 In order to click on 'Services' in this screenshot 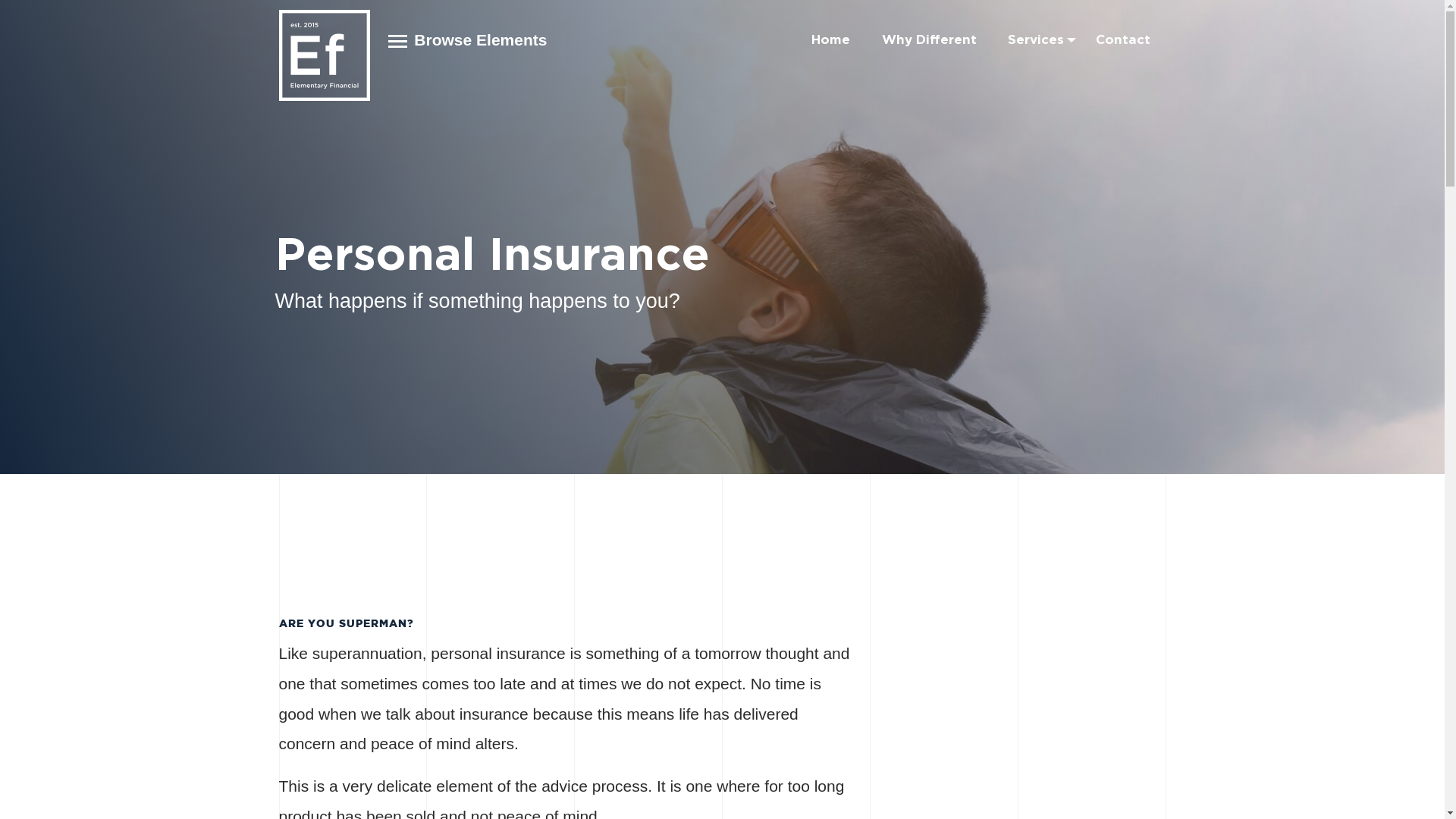, I will do `click(1035, 39)`.